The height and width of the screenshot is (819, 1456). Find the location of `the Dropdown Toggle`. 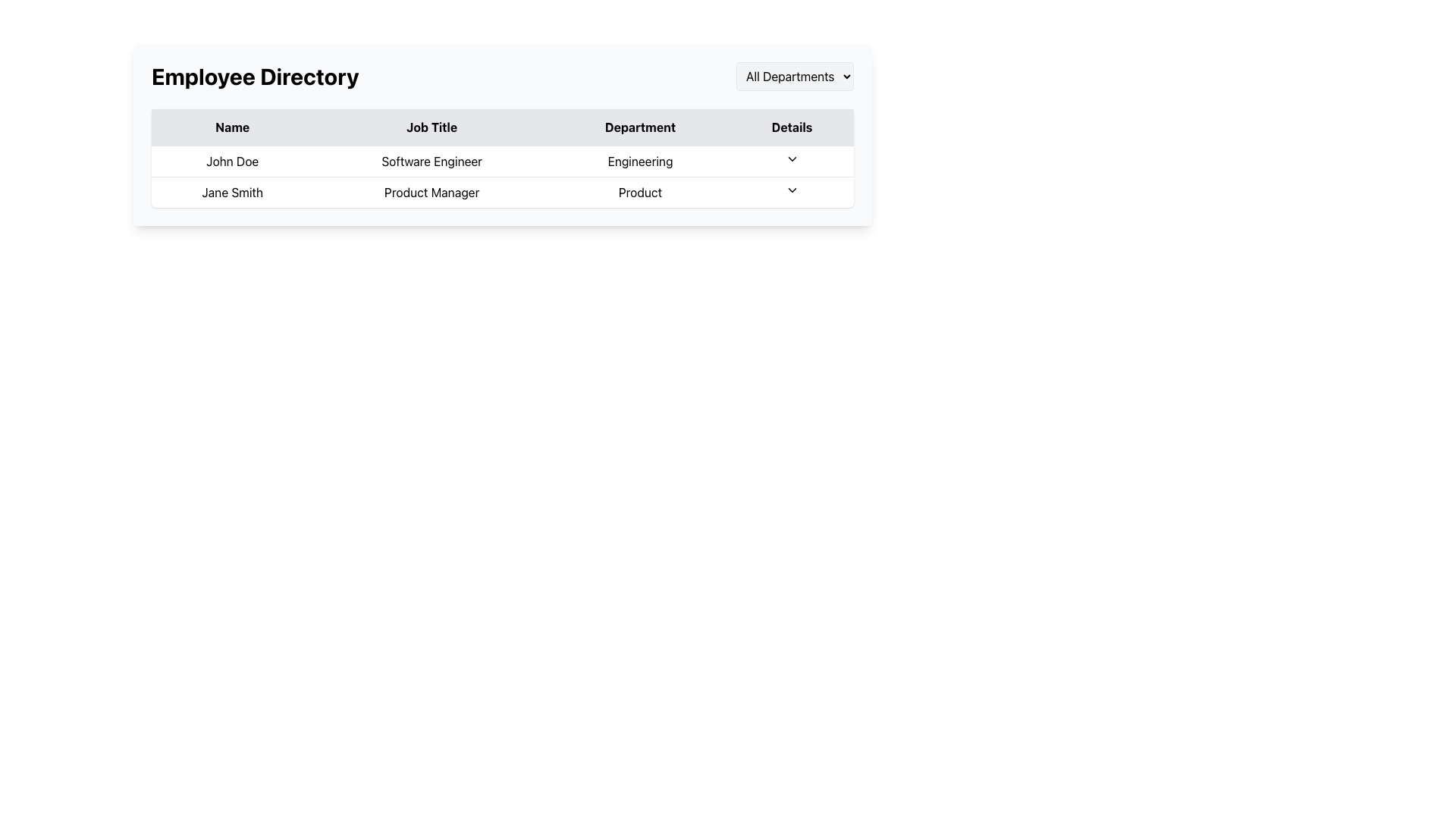

the Dropdown Toggle is located at coordinates (791, 158).